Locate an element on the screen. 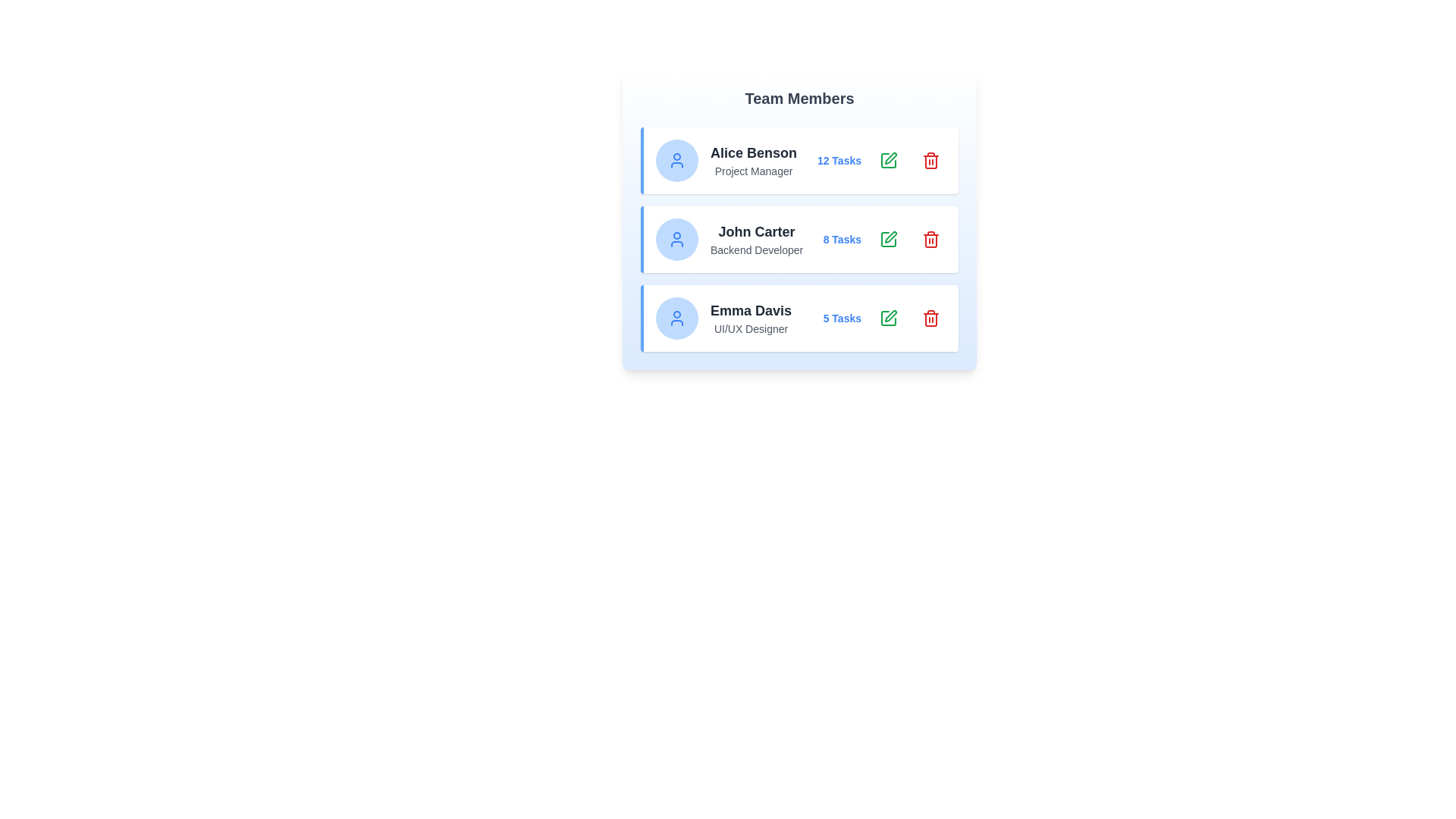 The width and height of the screenshot is (1456, 819). 'Edit' button corresponding to the team member John Carter is located at coordinates (888, 239).